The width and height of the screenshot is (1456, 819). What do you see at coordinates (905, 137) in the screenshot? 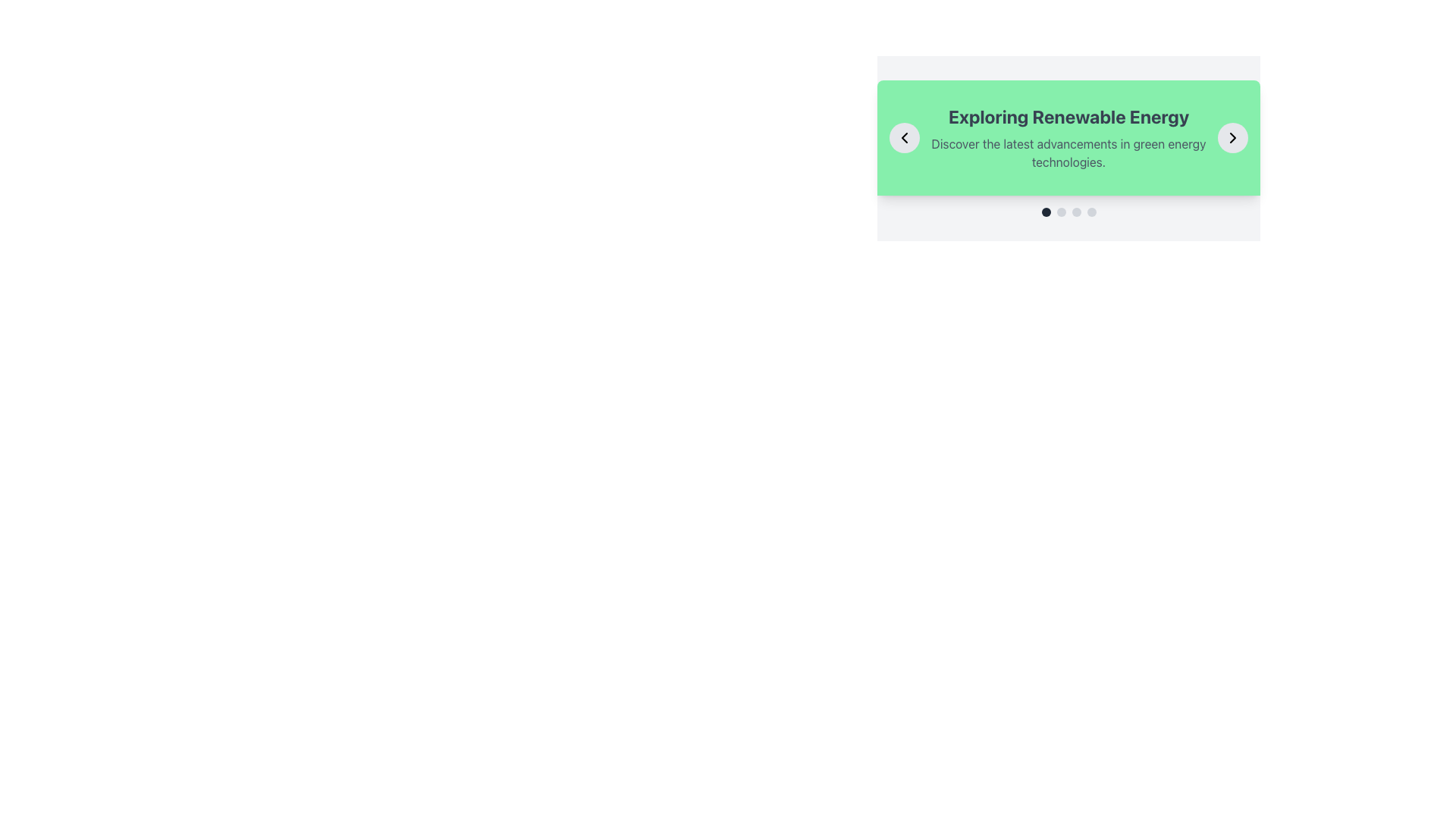
I see `the Left-chevron navigation button located within the green card area` at bounding box center [905, 137].